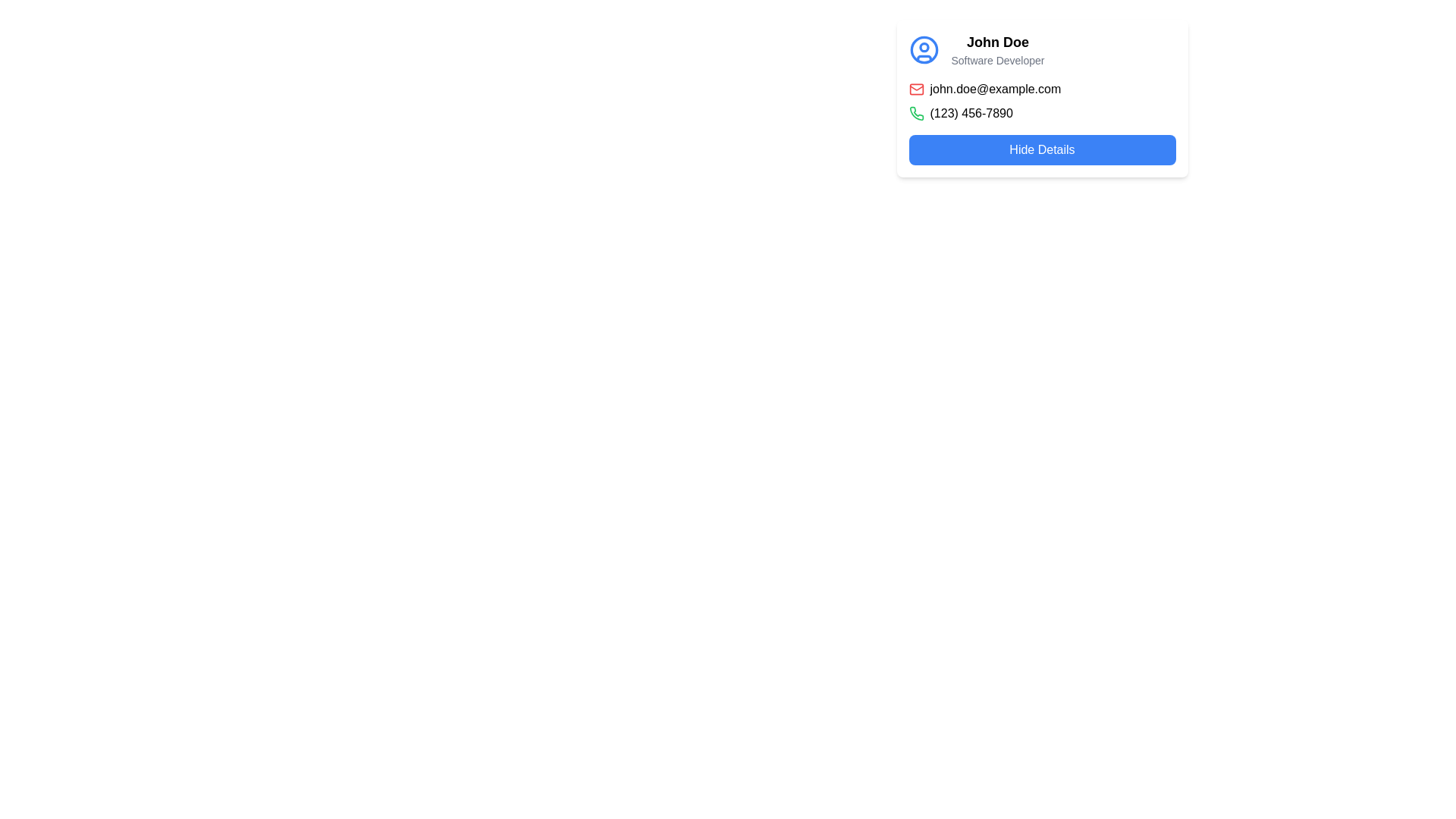  What do you see at coordinates (915, 89) in the screenshot?
I see `the Decorative SVG rectangle element located within the envelope icon, which is adjacent to an email address` at bounding box center [915, 89].